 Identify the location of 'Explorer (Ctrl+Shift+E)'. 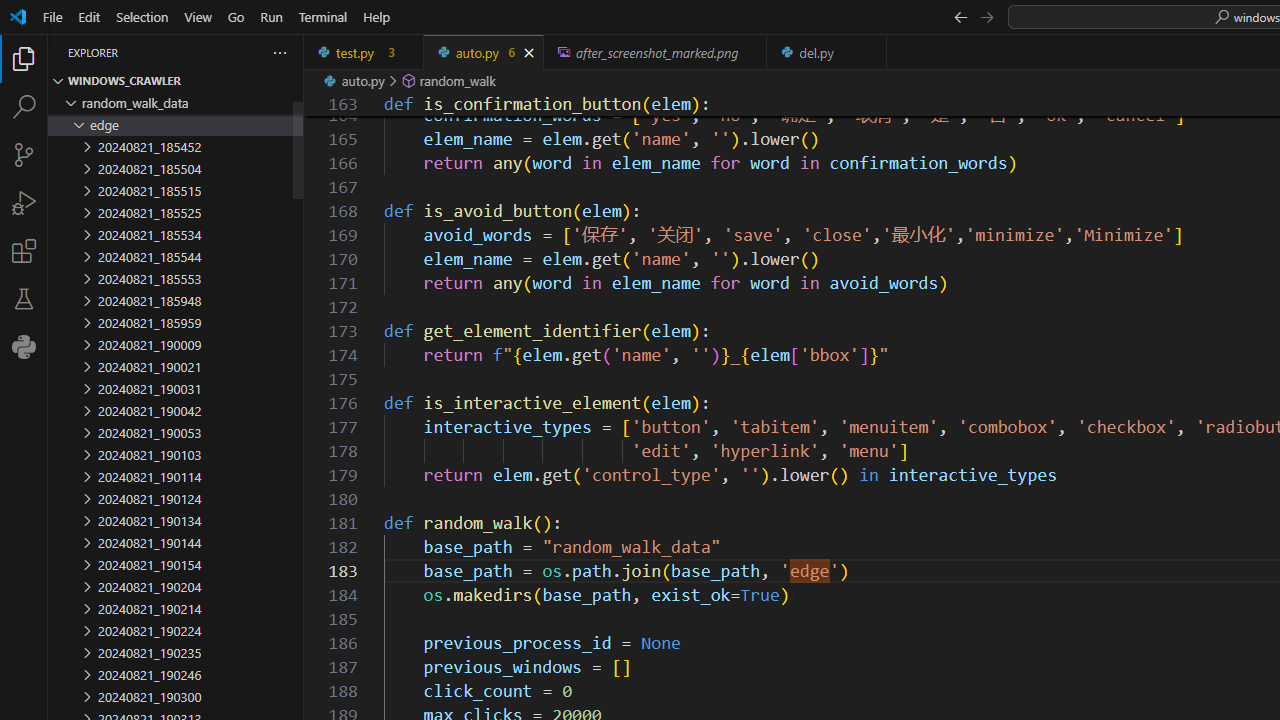
(24, 58).